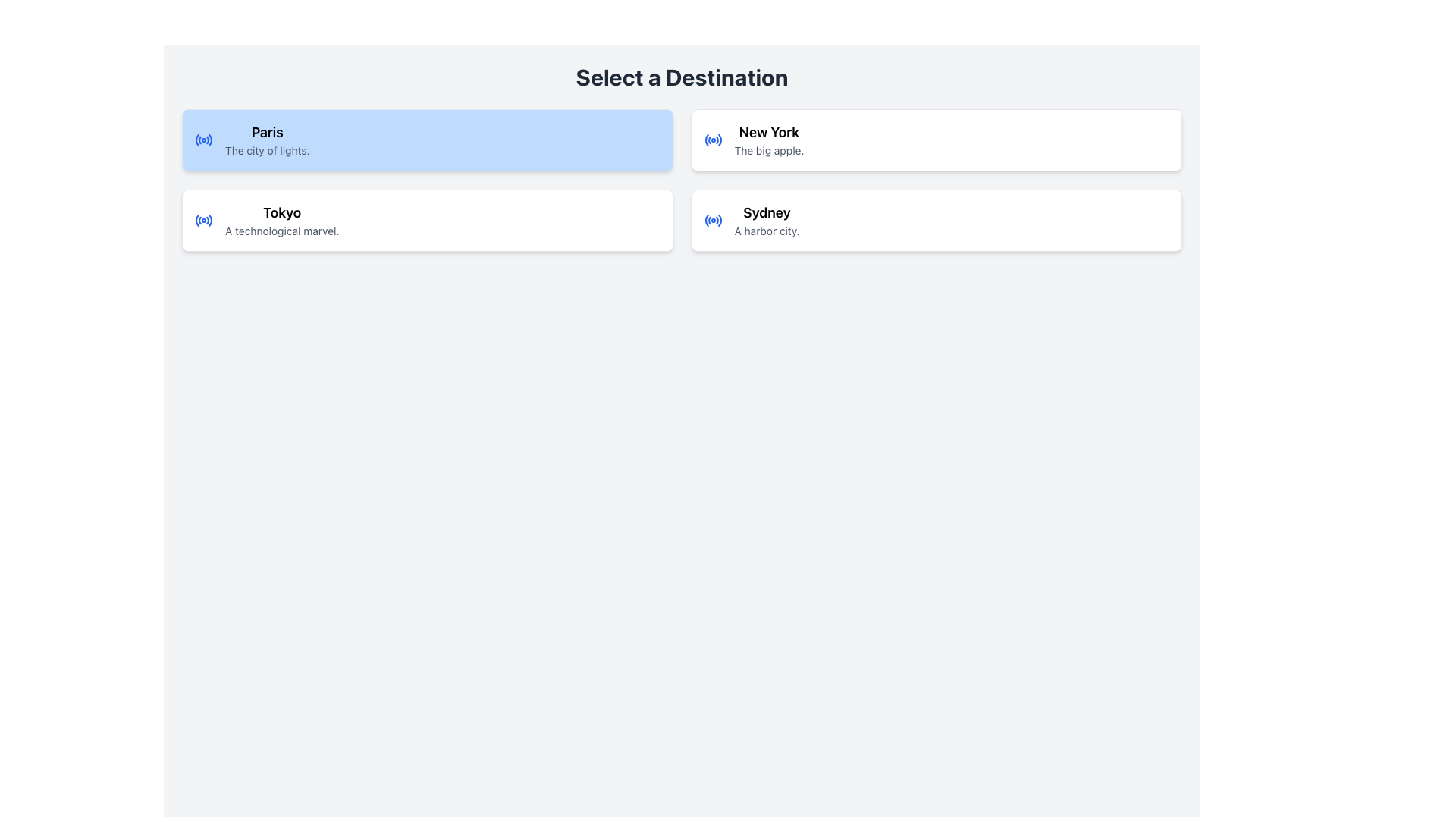 The width and height of the screenshot is (1456, 819). What do you see at coordinates (426, 220) in the screenshot?
I see `the card titled 'Tokyo' which is located in the second row and the first column of a 2x2 grid layout` at bounding box center [426, 220].